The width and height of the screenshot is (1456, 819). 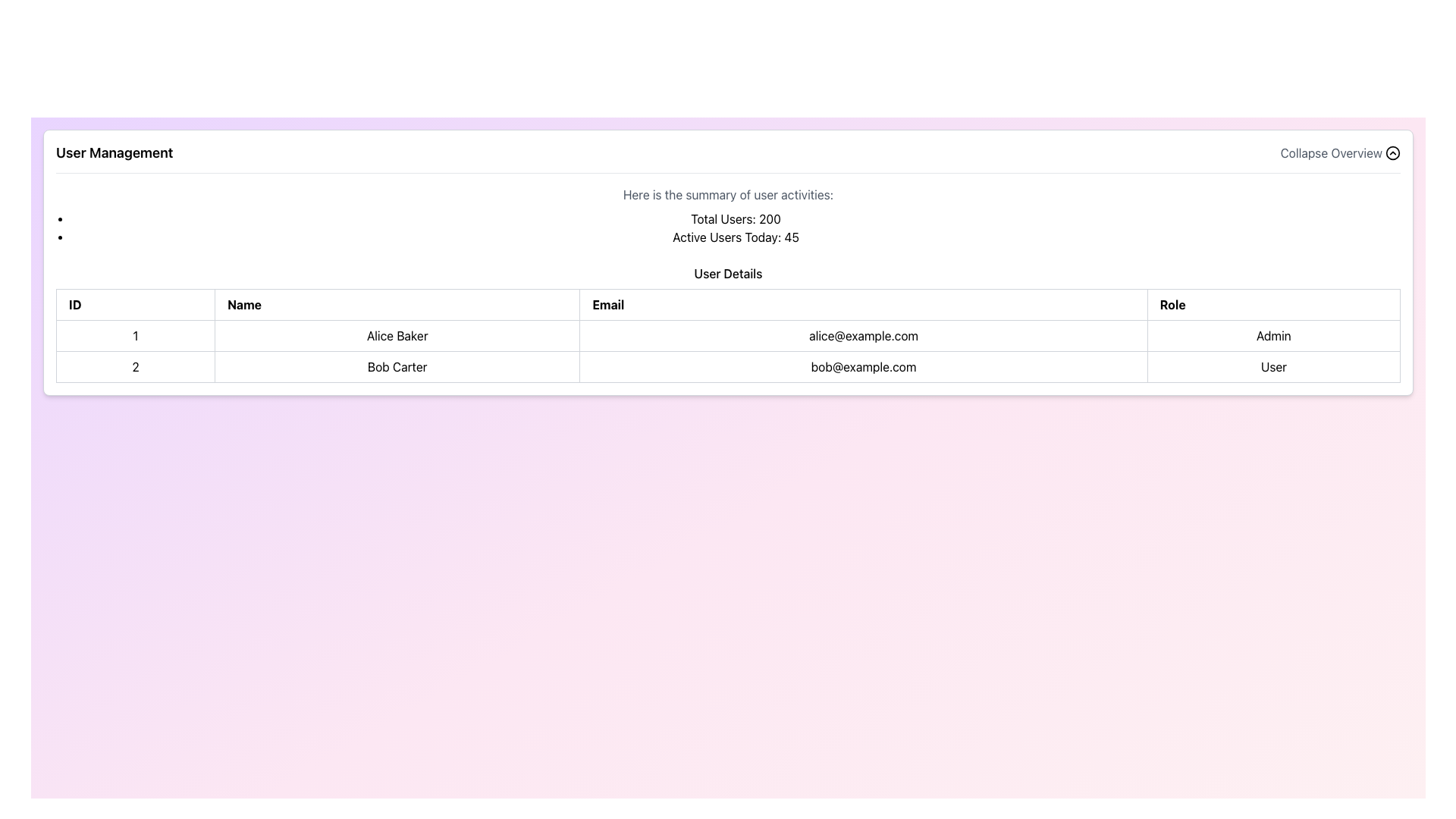 I want to click on the text label displaying 'Total Users: 200', which is the first item in a list below 'Here is the summary of user activities:' and above 'Active Users Today: 45', so click(x=736, y=219).